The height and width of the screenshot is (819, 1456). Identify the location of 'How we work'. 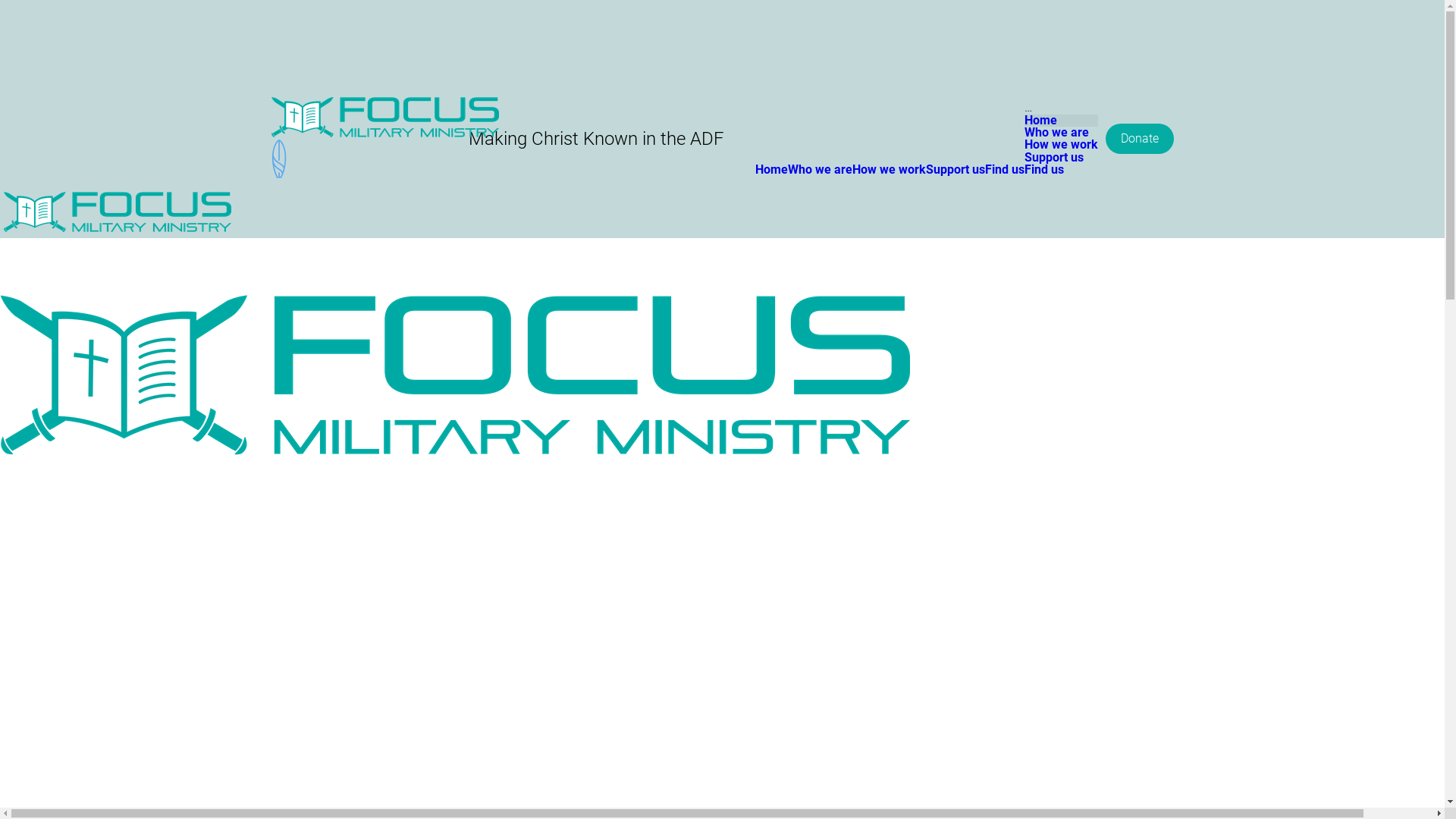
(889, 169).